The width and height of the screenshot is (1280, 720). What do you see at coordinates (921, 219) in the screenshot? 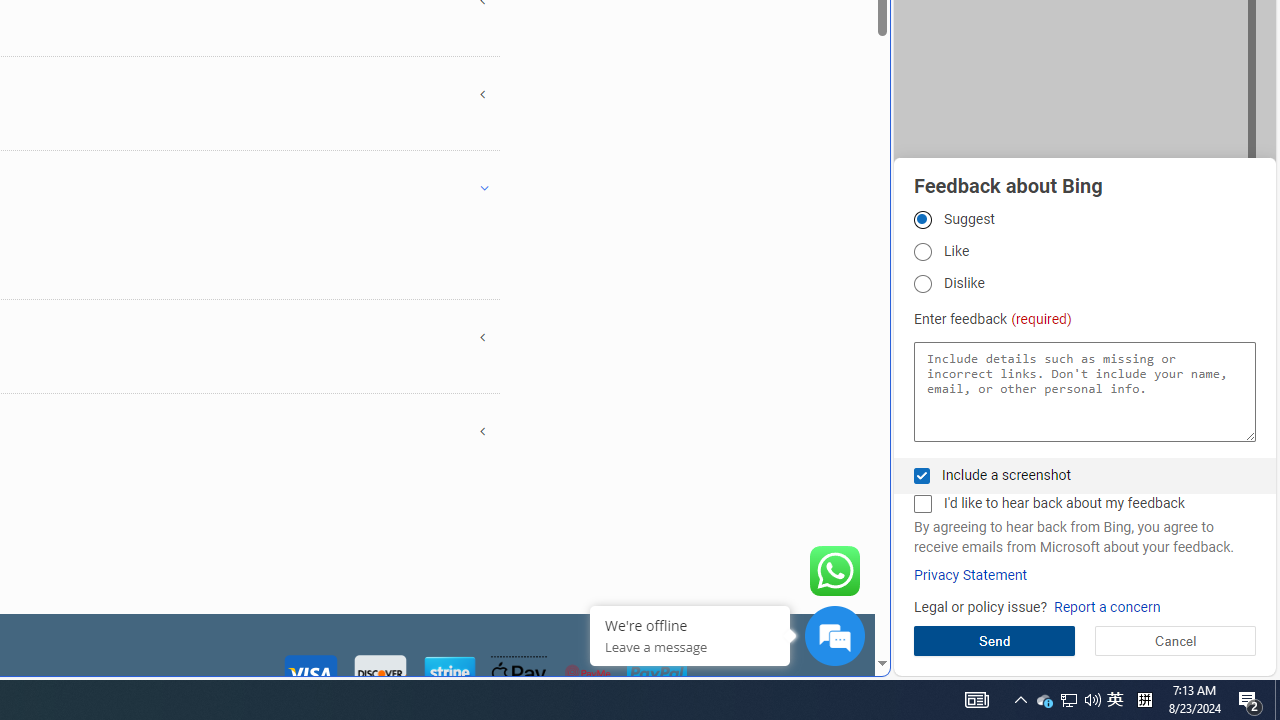
I see `'Suggest'` at bounding box center [921, 219].